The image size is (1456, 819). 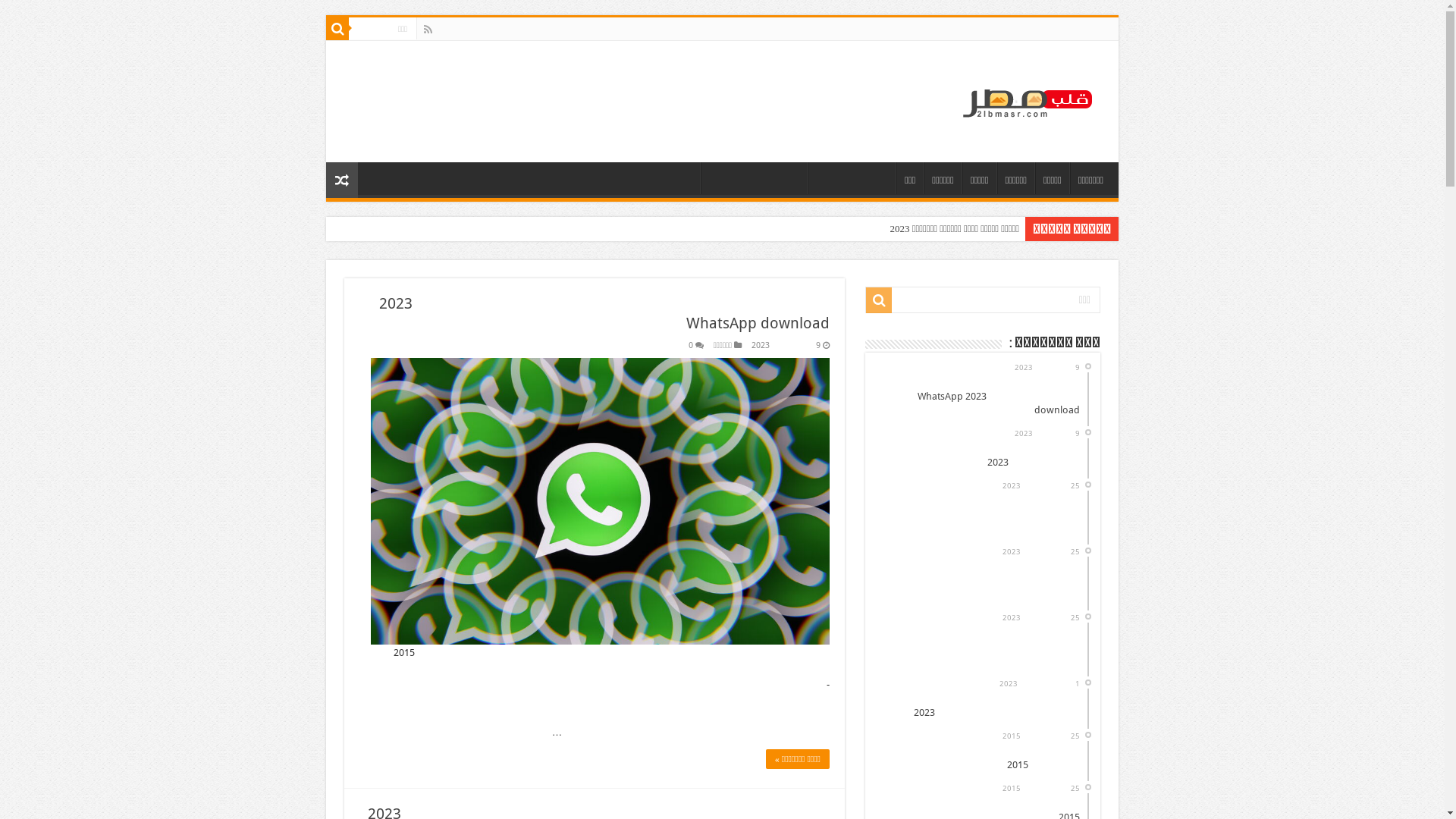 I want to click on '0', so click(x=690, y=345).